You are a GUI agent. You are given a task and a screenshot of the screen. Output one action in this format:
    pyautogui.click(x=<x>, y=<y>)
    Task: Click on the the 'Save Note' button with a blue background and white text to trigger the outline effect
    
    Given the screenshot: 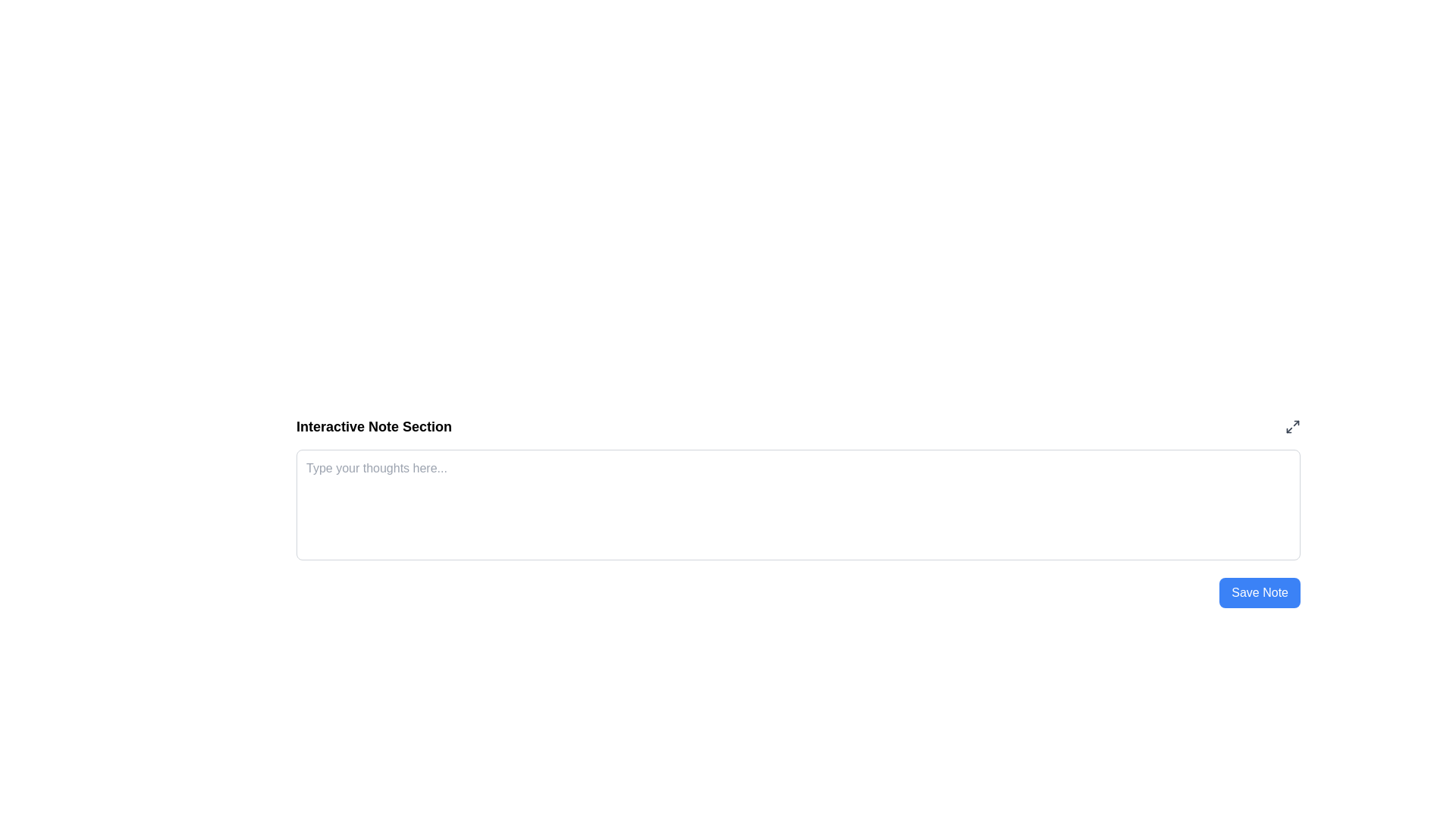 What is the action you would take?
    pyautogui.click(x=1260, y=592)
    